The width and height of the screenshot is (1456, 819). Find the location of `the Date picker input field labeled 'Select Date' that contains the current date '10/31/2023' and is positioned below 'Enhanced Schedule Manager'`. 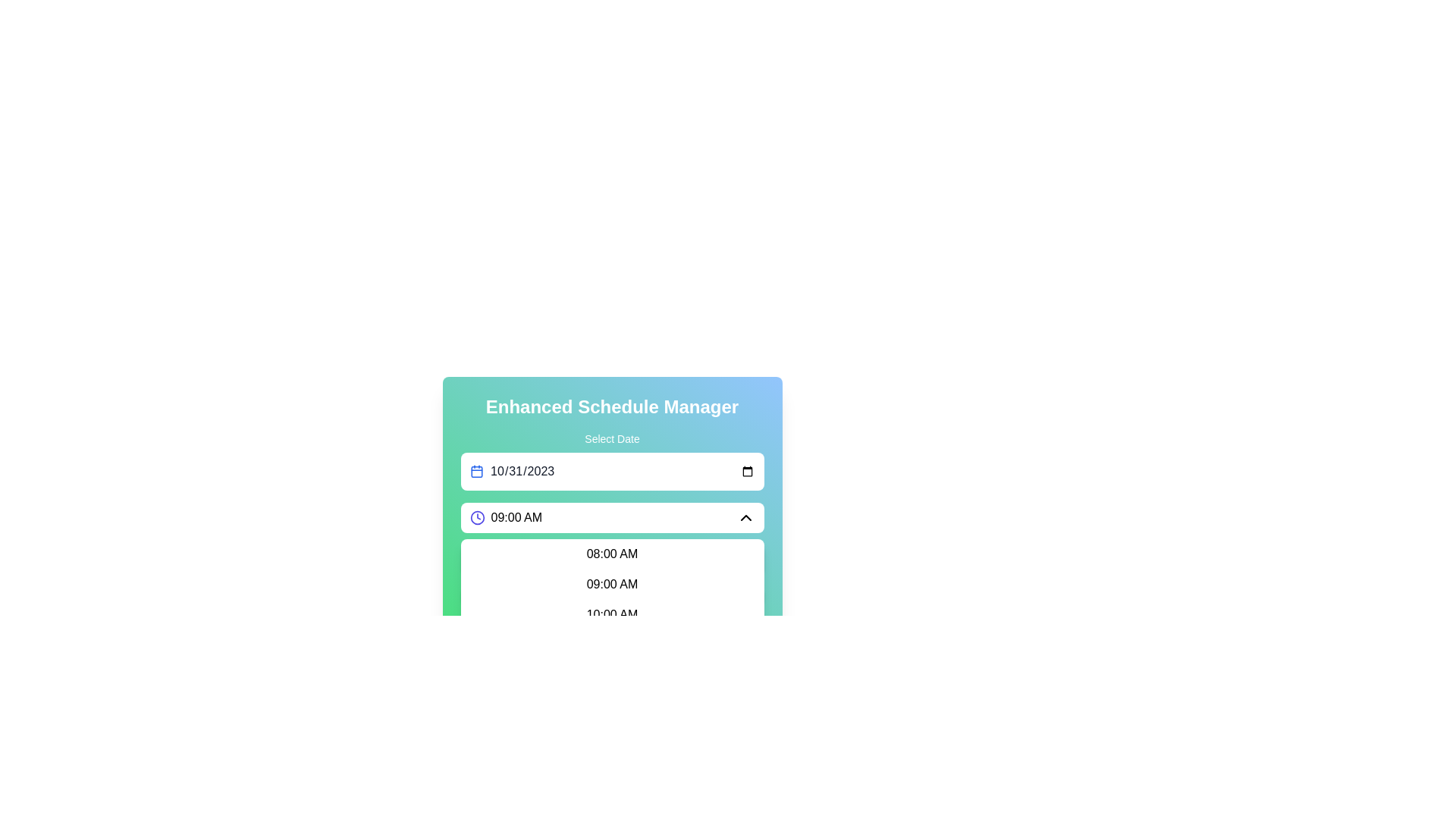

the Date picker input field labeled 'Select Date' that contains the current date '10/31/2023' and is positioned below 'Enhanced Schedule Manager' is located at coordinates (612, 487).